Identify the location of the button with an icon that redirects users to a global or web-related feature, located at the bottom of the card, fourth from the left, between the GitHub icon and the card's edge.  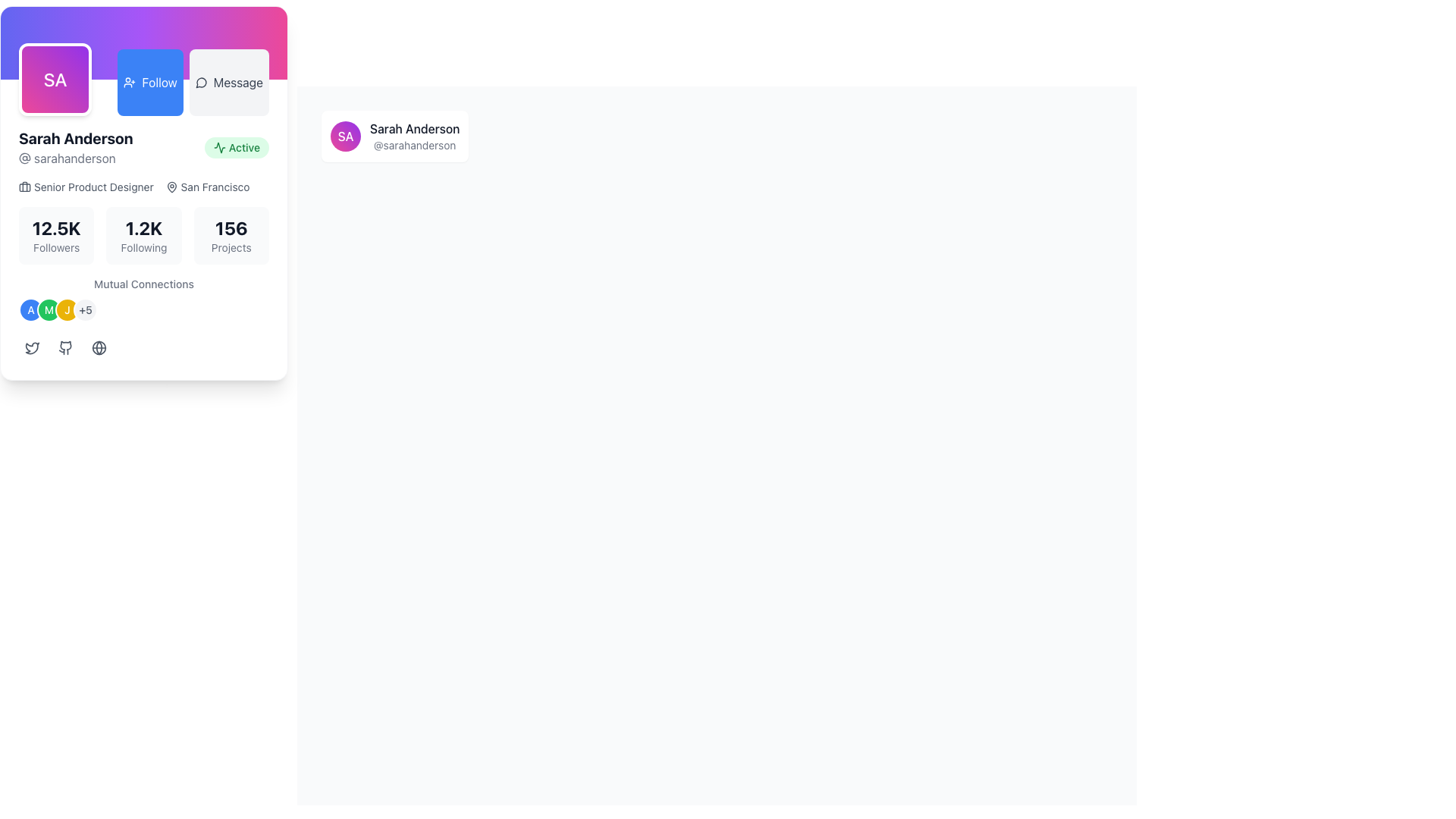
(98, 348).